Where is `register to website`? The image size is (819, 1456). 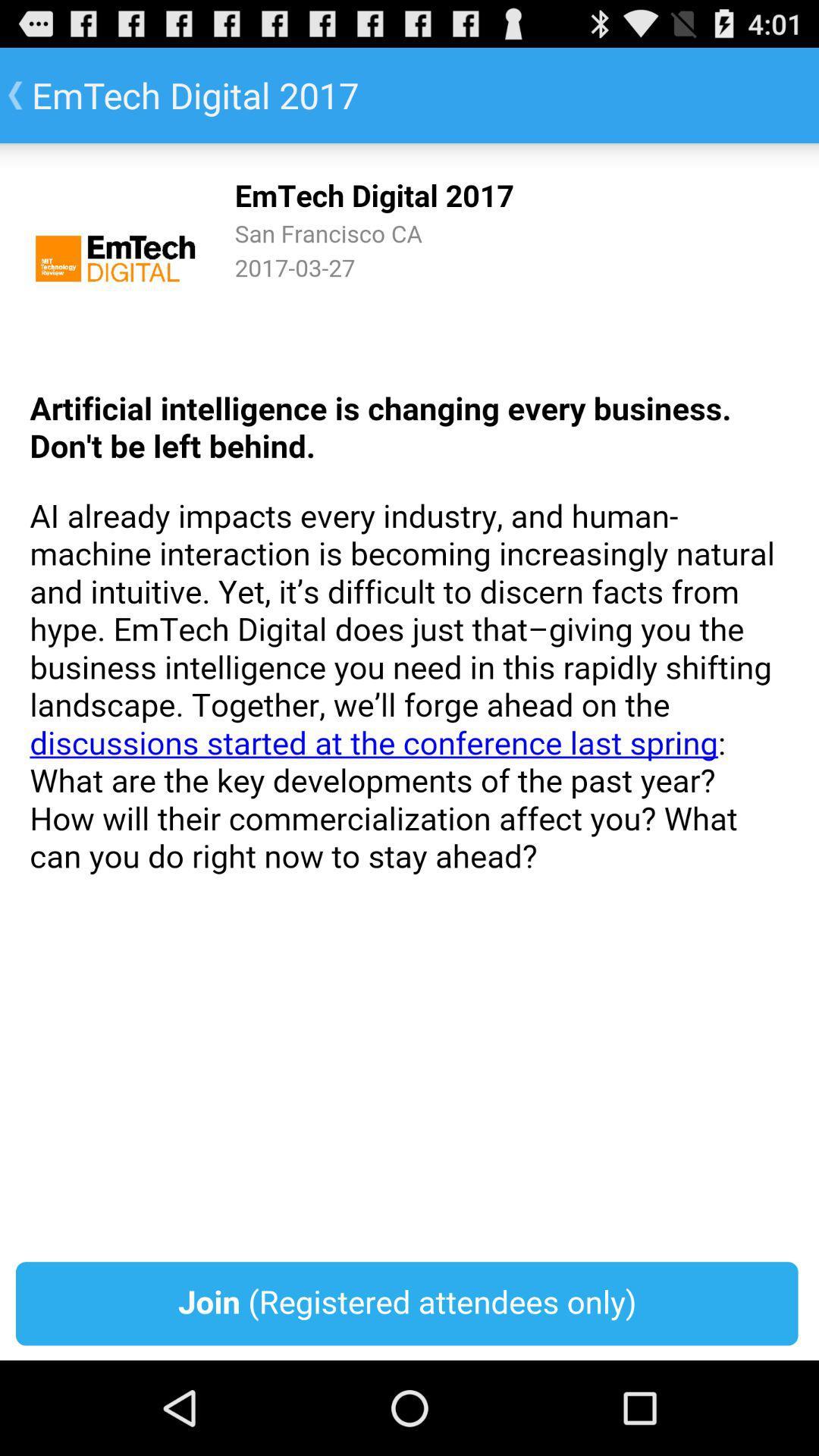
register to website is located at coordinates (409, 752).